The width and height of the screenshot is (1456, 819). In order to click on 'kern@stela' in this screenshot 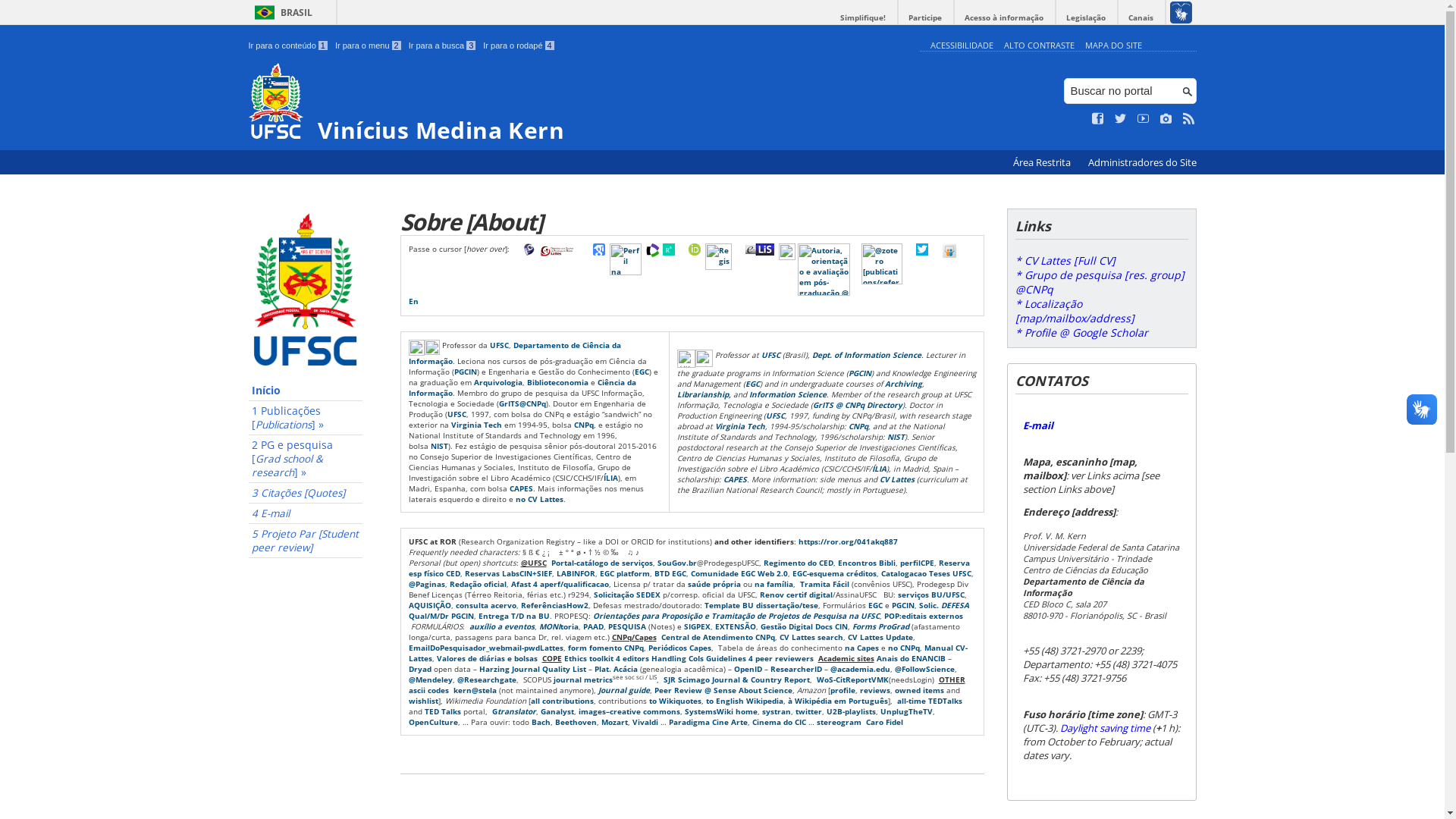, I will do `click(474, 690)`.